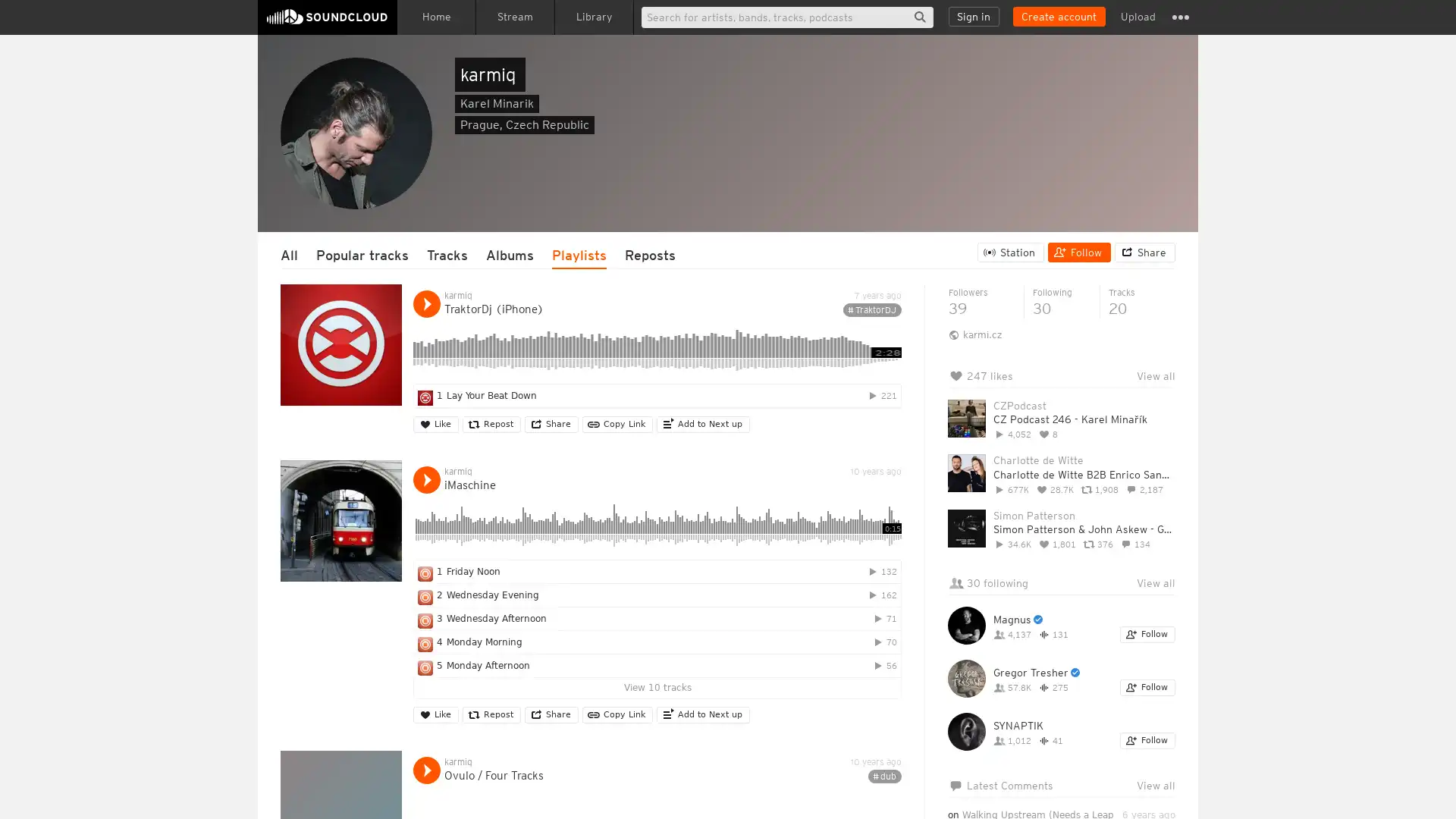  I want to click on Play, so click(425, 304).